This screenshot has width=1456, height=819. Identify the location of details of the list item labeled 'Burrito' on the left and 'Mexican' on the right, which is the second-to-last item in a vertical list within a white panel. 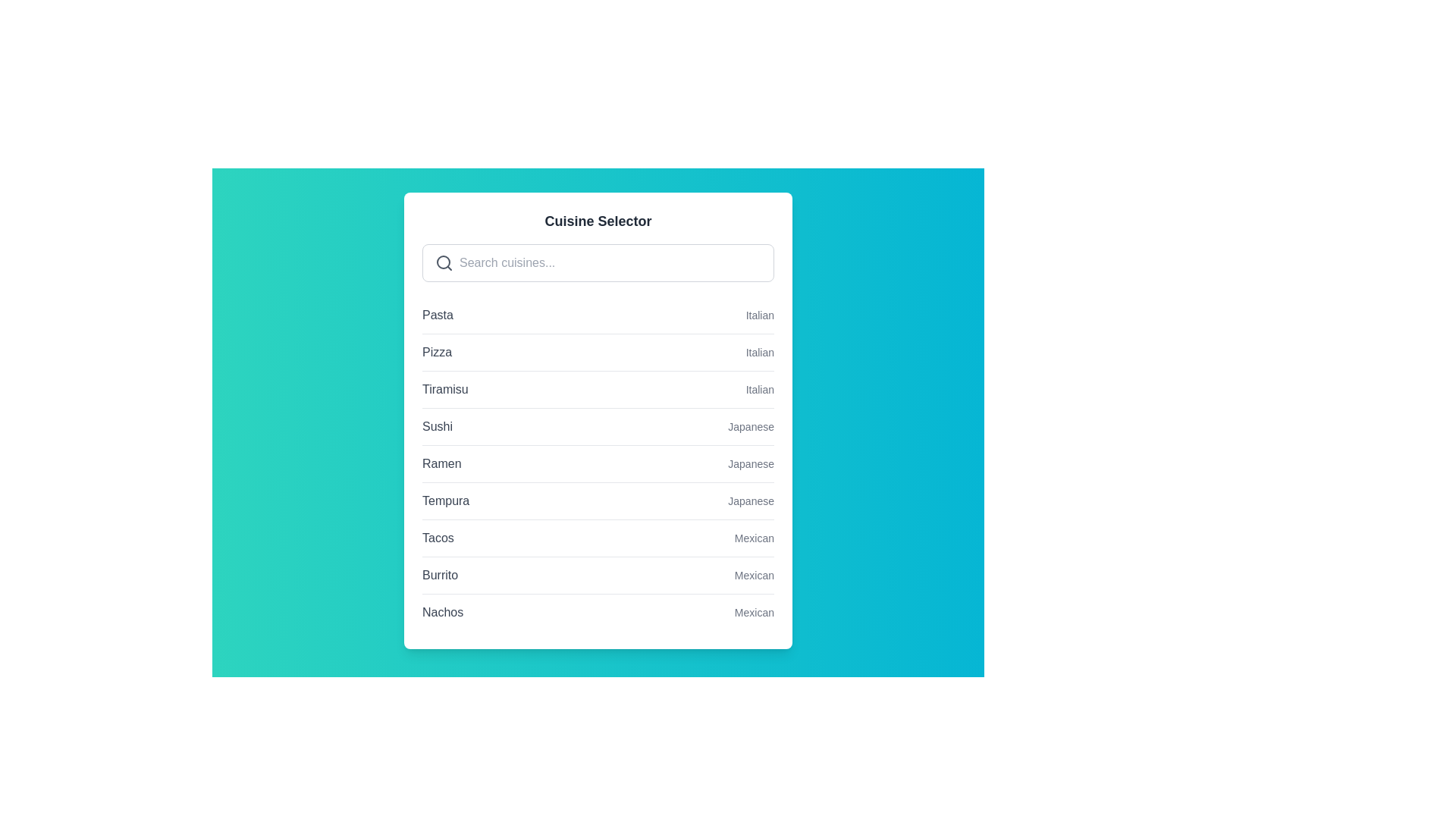
(597, 575).